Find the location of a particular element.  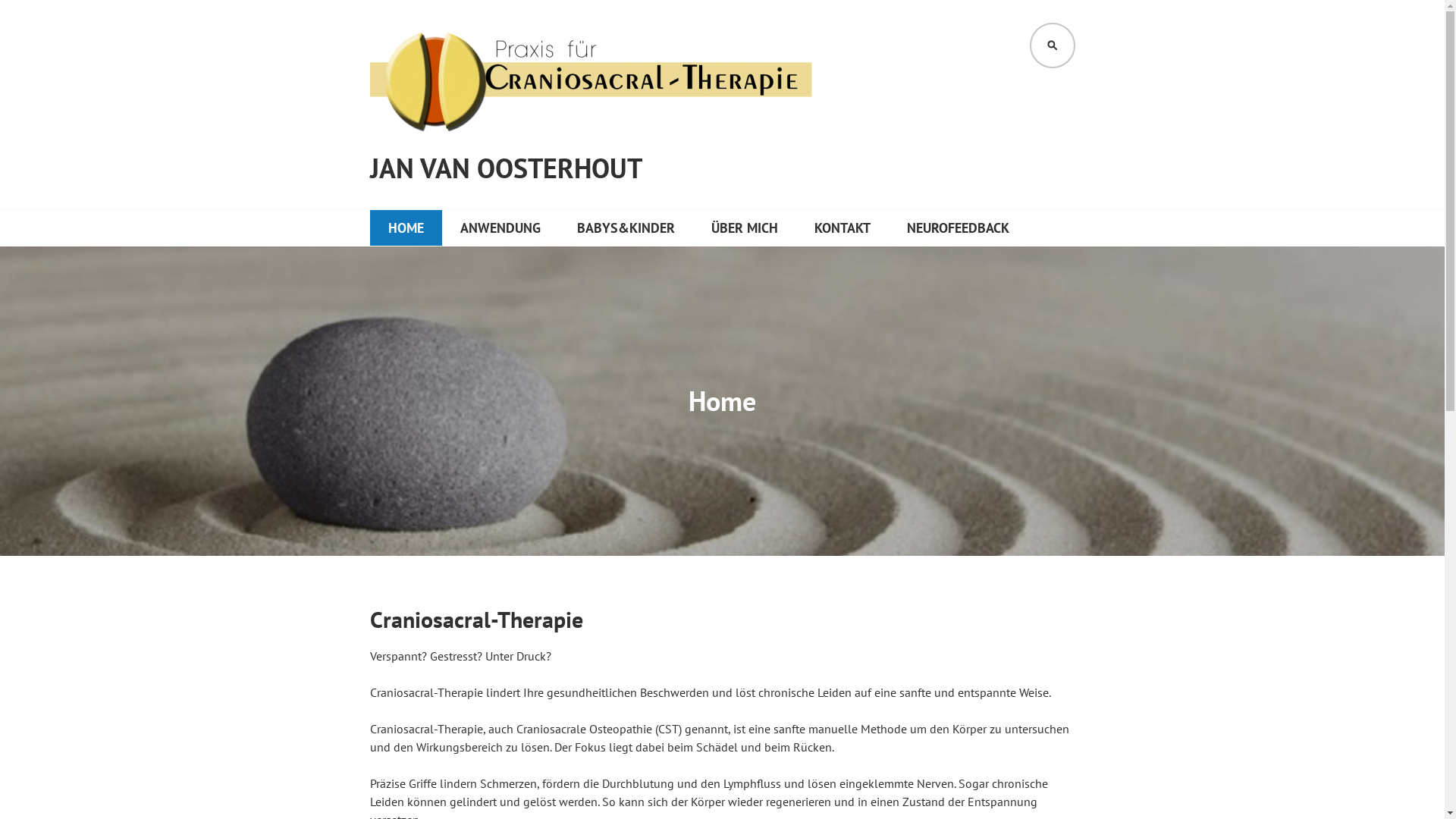

'JAN VAN OOSTERHOUT' is located at coordinates (506, 168).